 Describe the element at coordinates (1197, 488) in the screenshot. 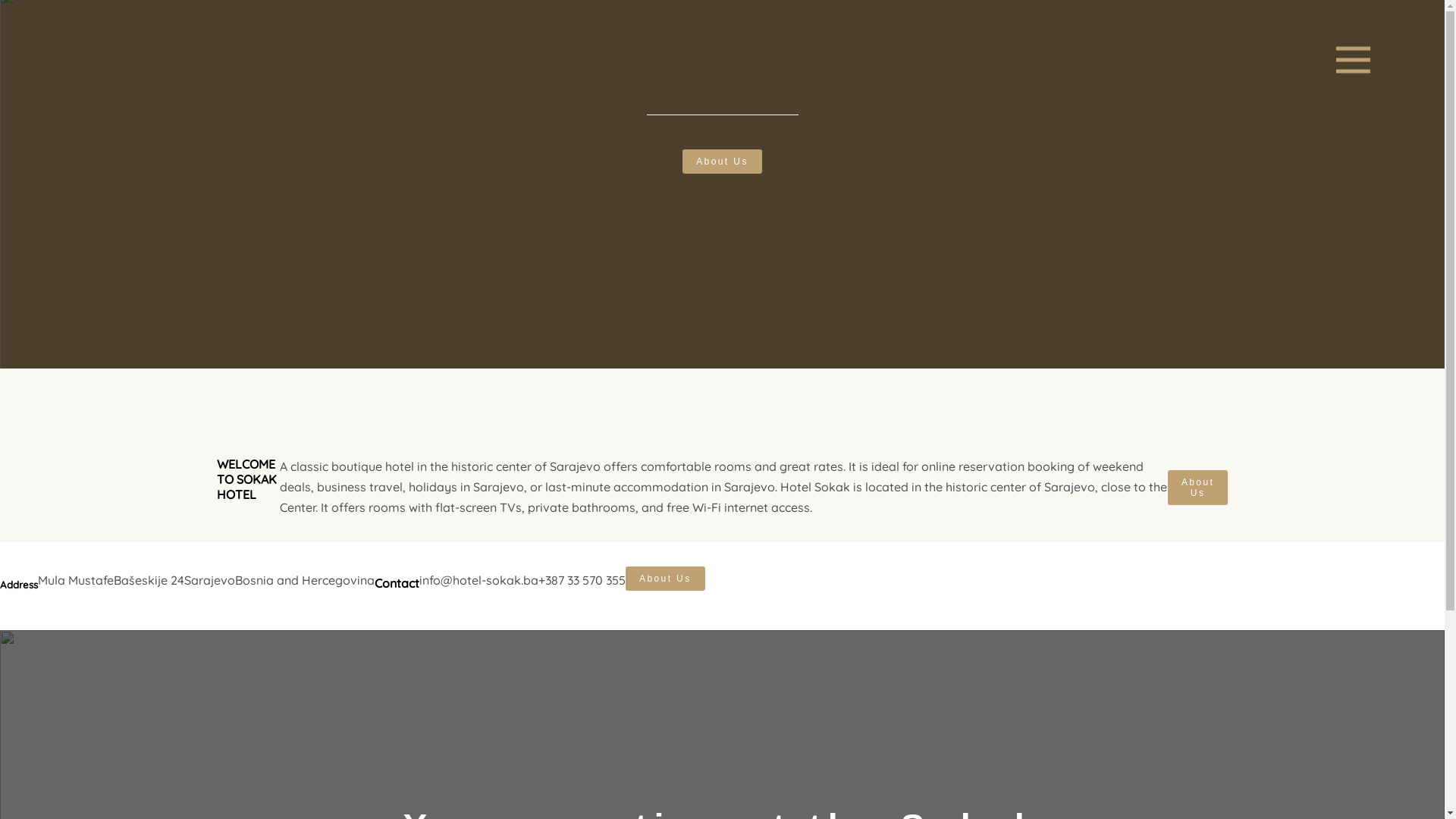

I see `'About Us'` at that location.